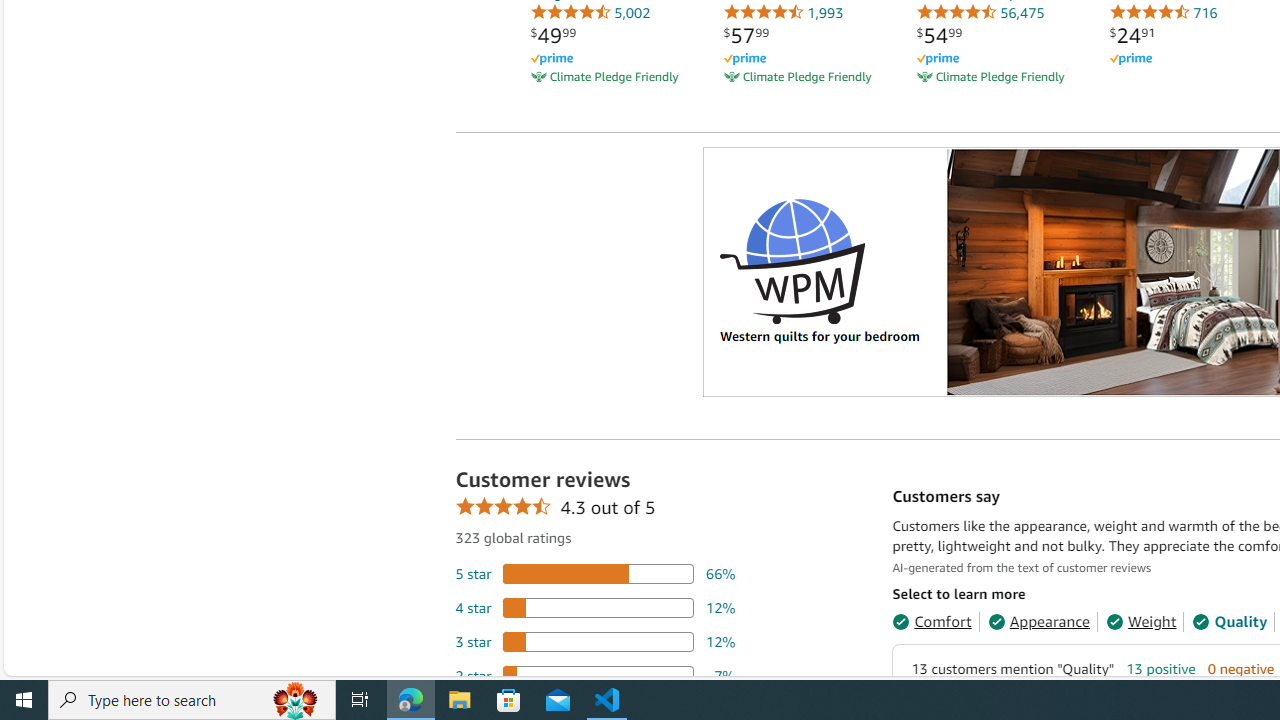 Image resolution: width=1280 pixels, height=720 pixels. What do you see at coordinates (745, 35) in the screenshot?
I see `'$57.99'` at bounding box center [745, 35].